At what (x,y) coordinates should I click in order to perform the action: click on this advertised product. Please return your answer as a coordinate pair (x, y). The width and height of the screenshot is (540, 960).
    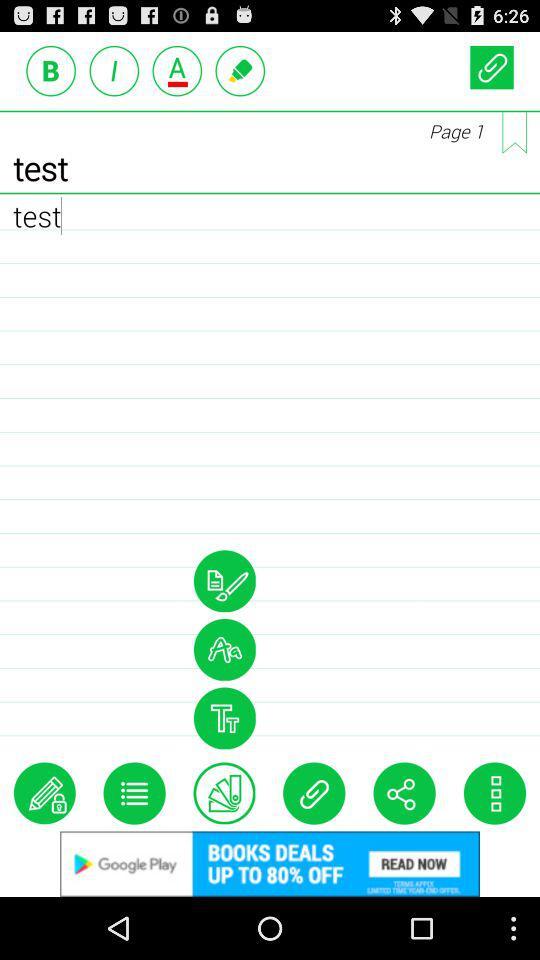
    Looking at the image, I should click on (270, 863).